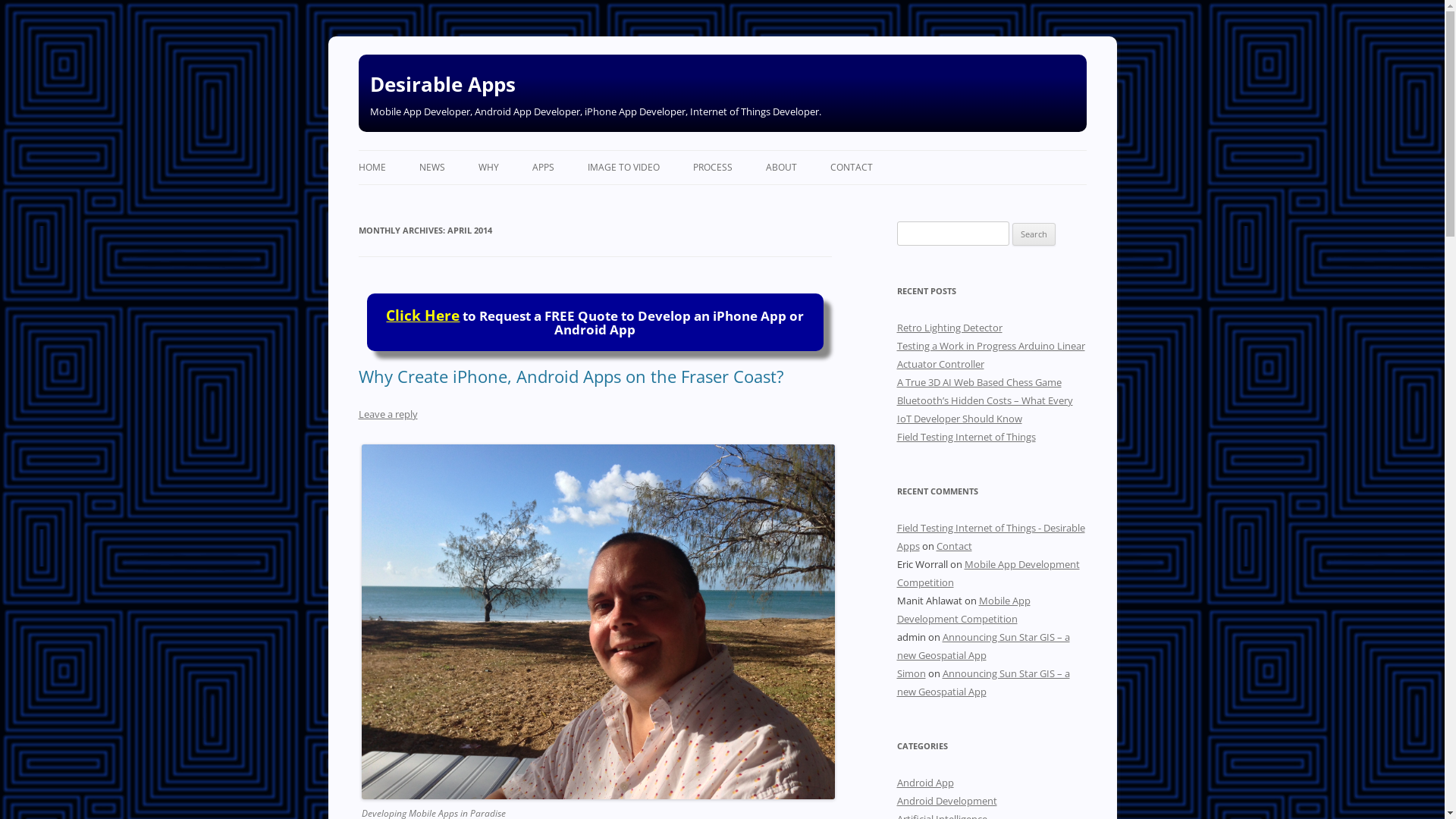 Image resolution: width=1456 pixels, height=819 pixels. Describe the element at coordinates (570, 375) in the screenshot. I see `'Why Create iPhone, Android Apps on the Fraser Coast?'` at that location.